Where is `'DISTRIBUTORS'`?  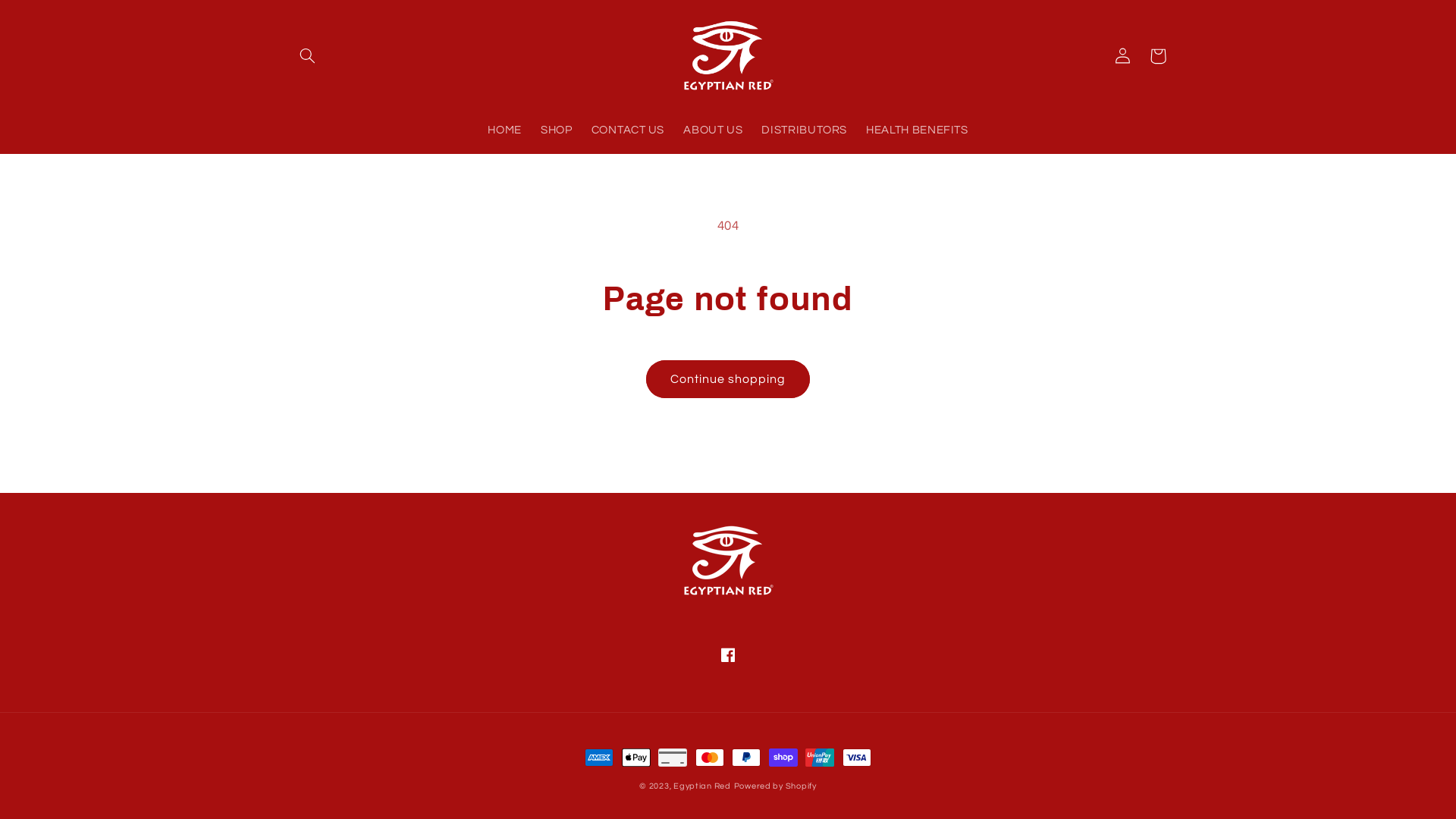
'DISTRIBUTORS' is located at coordinates (803, 130).